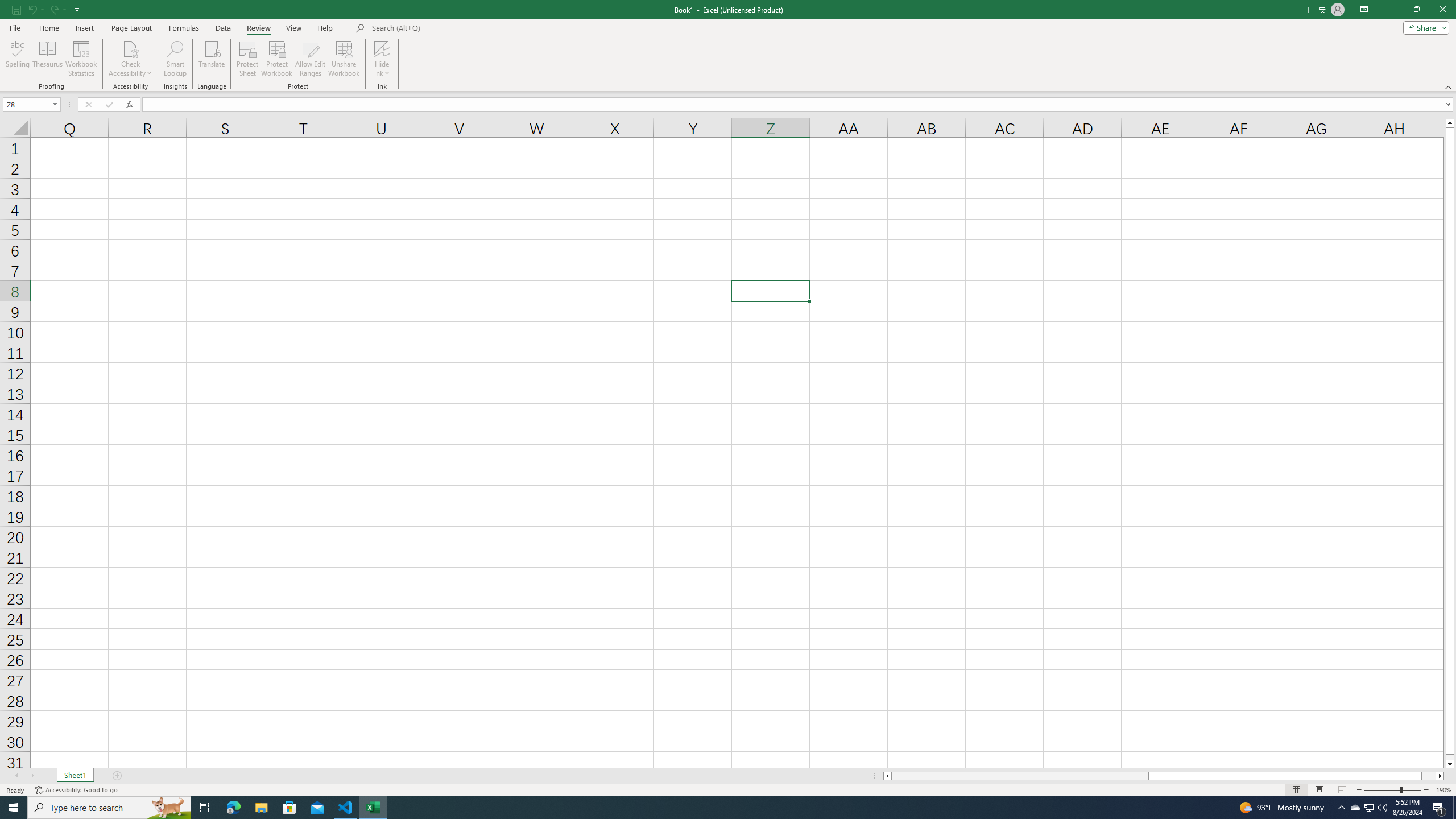 The width and height of the screenshot is (1456, 819). I want to click on 'Hide Ink', so click(382, 59).